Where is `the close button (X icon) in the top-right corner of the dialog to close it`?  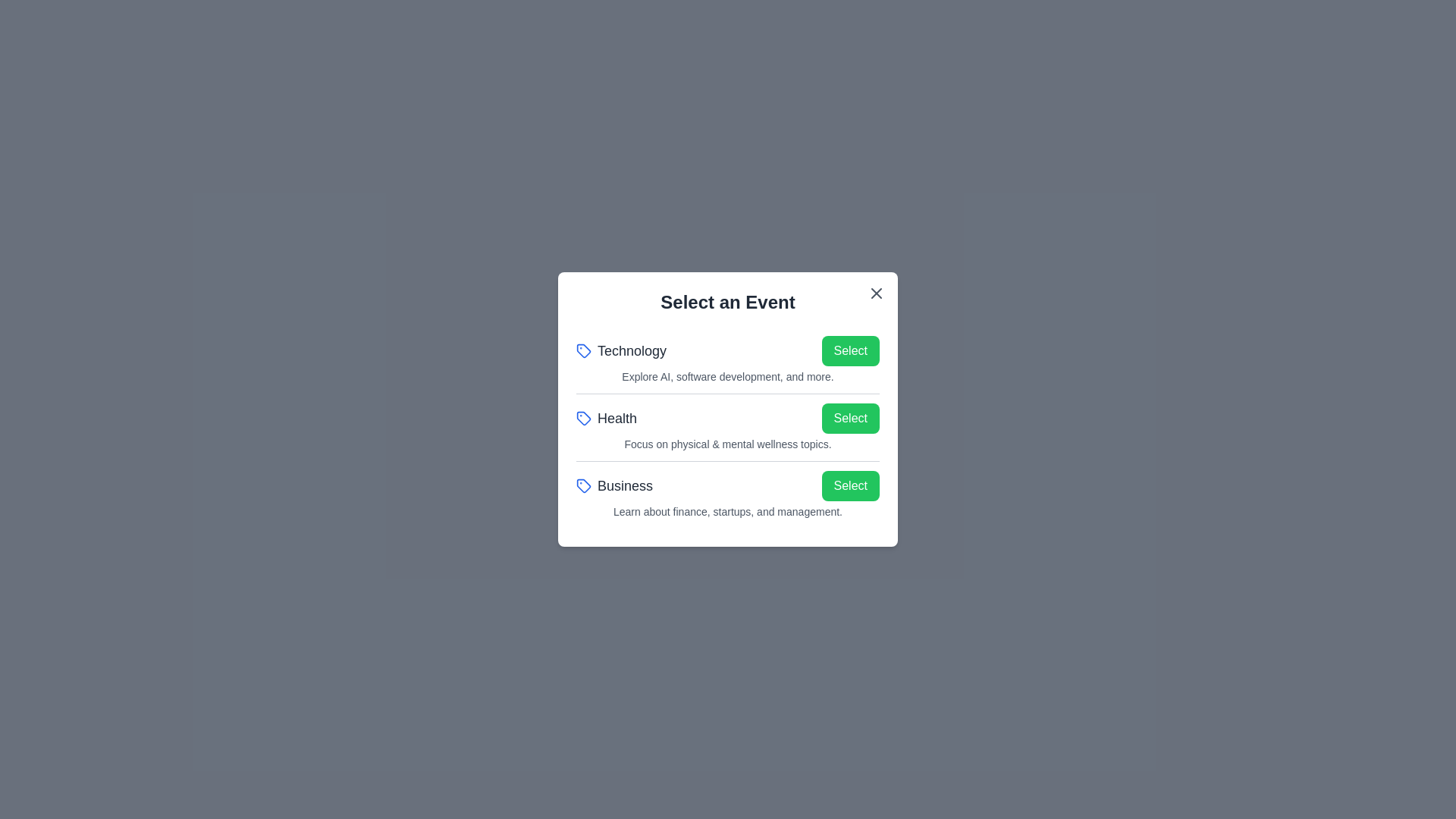
the close button (X icon) in the top-right corner of the dialog to close it is located at coordinates (877, 293).